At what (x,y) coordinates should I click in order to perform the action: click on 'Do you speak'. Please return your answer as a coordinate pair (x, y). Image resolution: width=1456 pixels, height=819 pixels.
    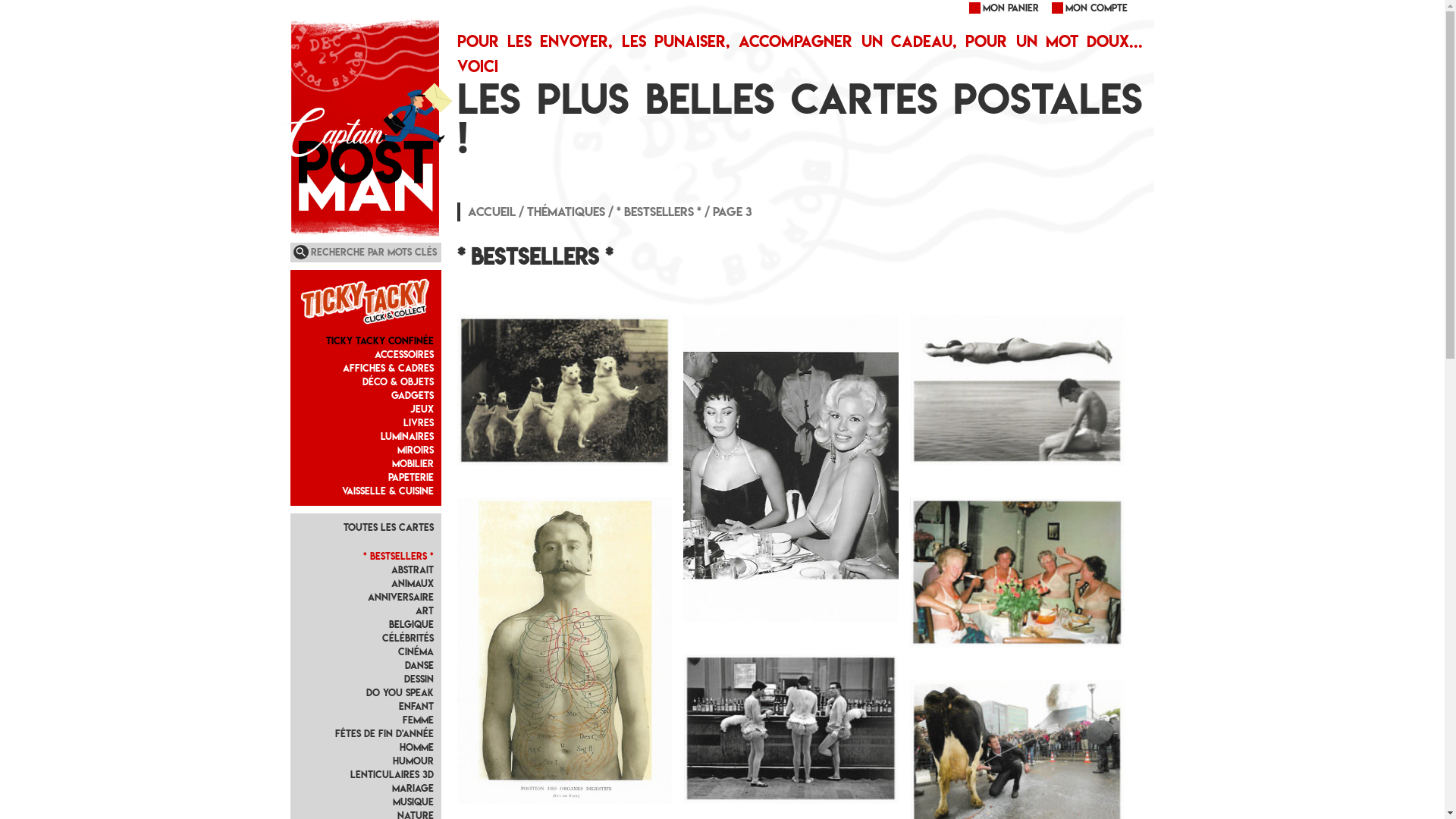
    Looking at the image, I should click on (400, 692).